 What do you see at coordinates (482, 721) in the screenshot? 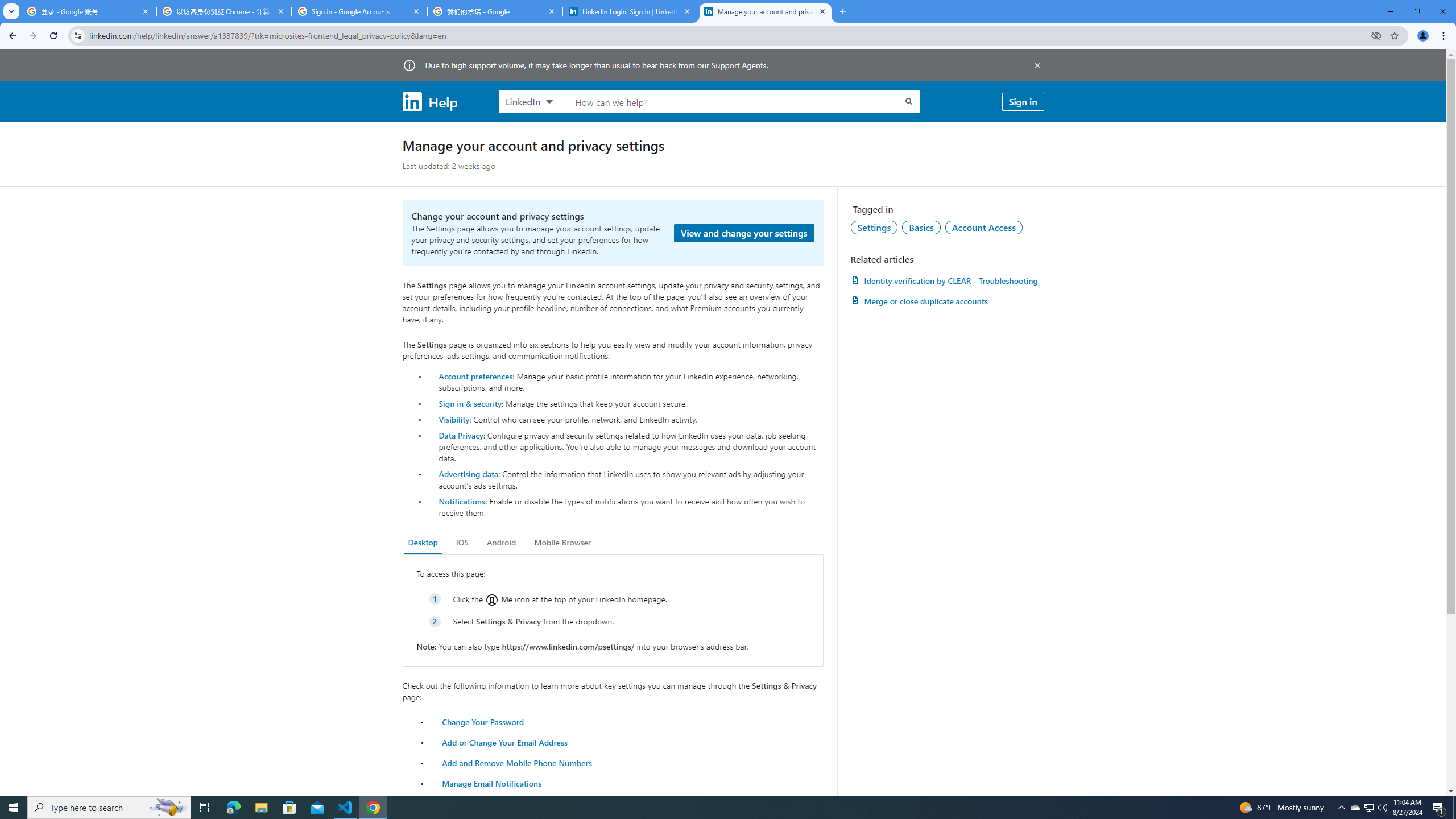
I see `'Change Your Password'` at bounding box center [482, 721].